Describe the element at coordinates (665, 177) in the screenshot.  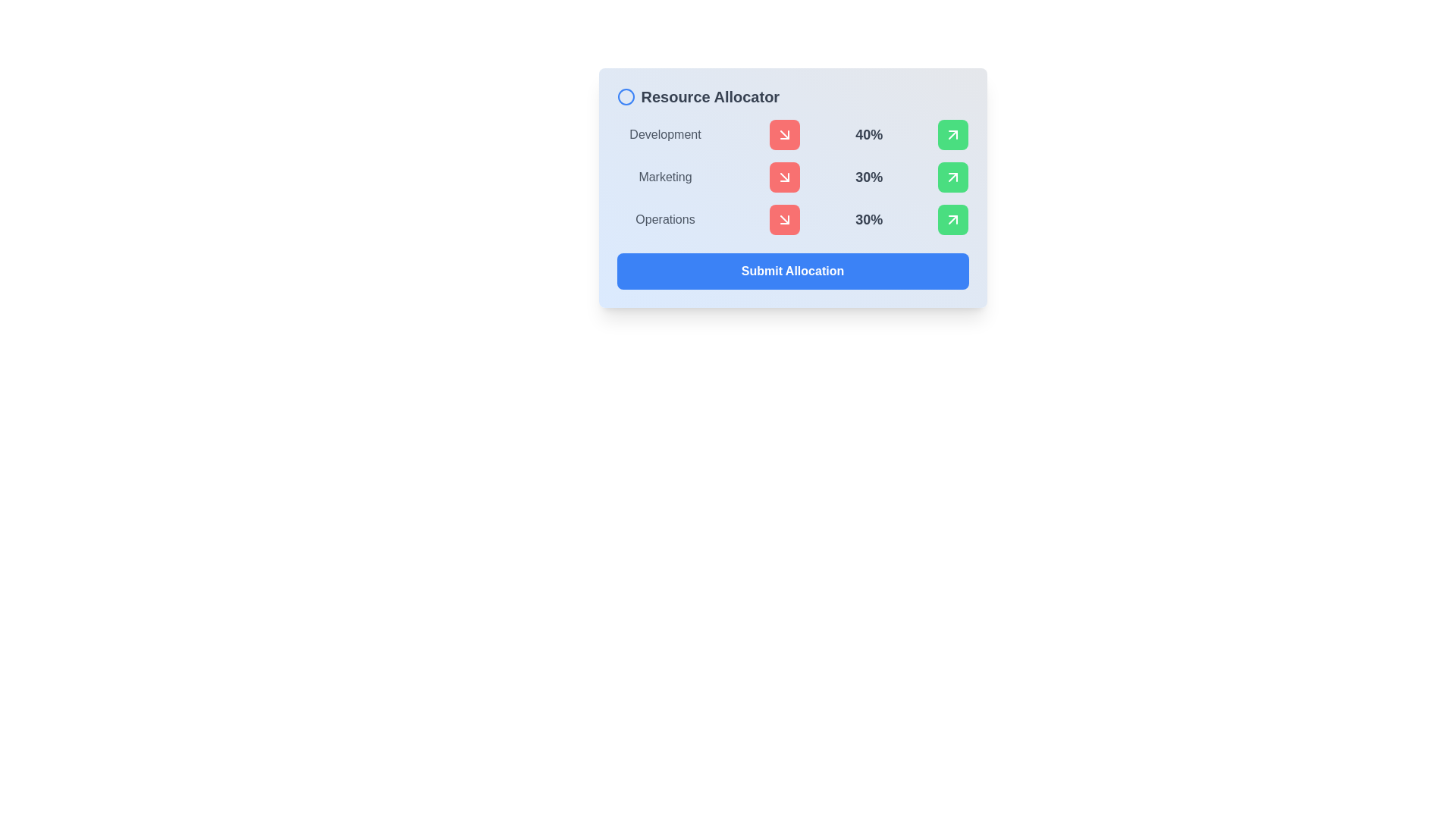
I see `the 'Marketing' text label, which is styled with a medium font weight and gray color, positioned left of a percentage field and aligned with a button group under the 'Resource Allocator' header` at that location.